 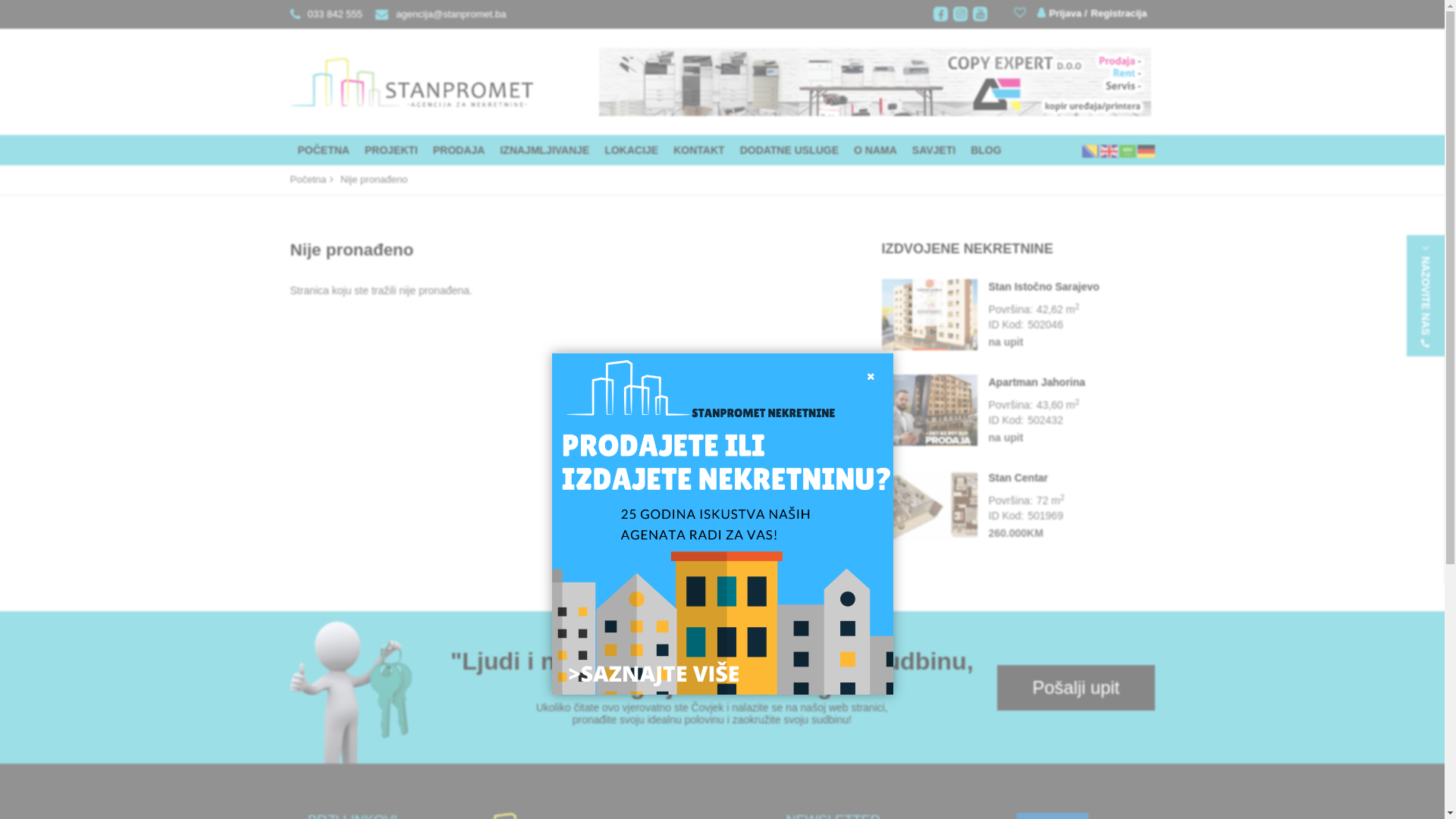 What do you see at coordinates (1116, 14) in the screenshot?
I see `'Registracija'` at bounding box center [1116, 14].